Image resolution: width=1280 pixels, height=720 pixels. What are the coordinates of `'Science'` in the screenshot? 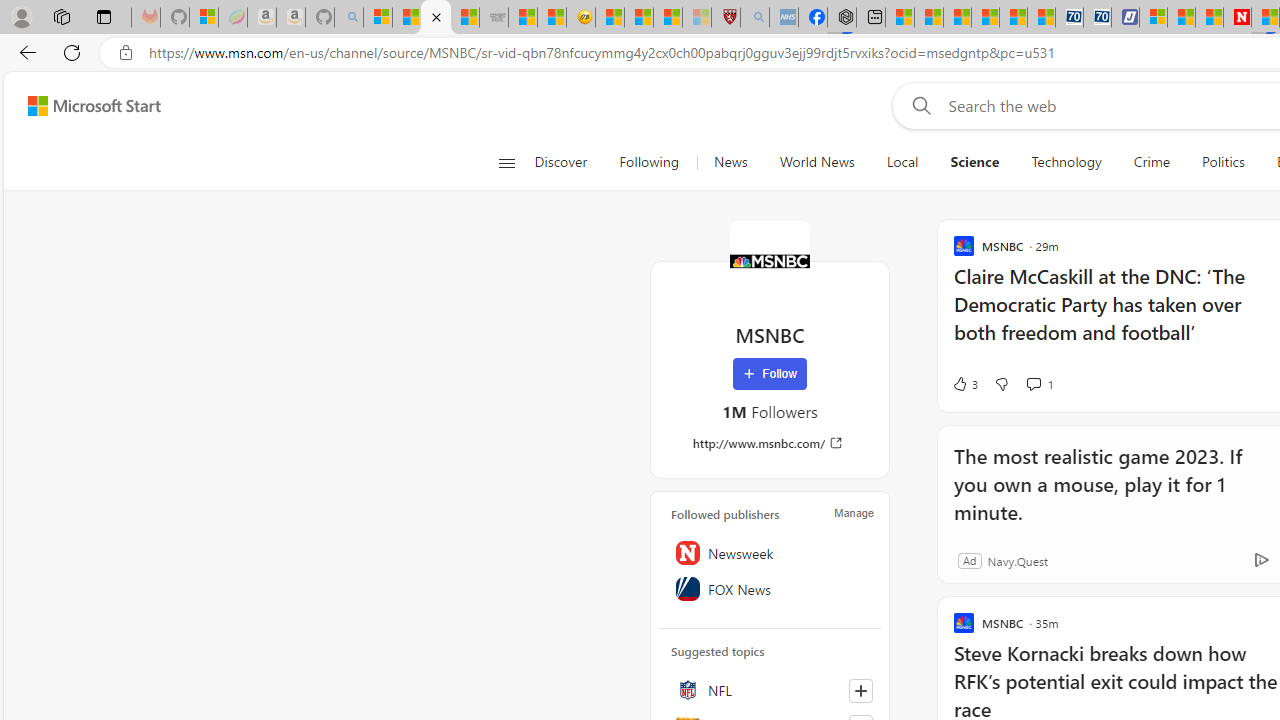 It's located at (974, 162).